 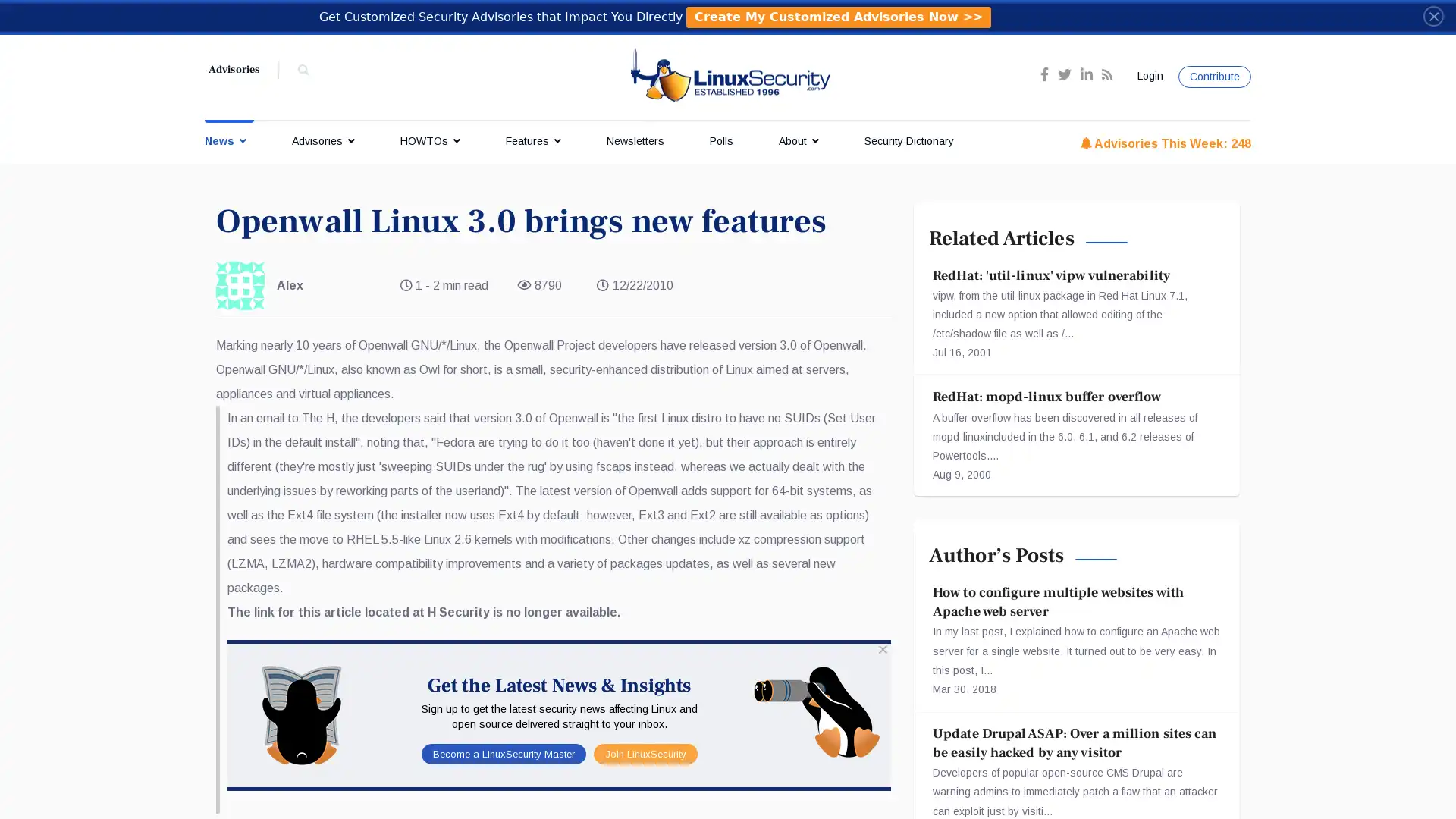 I want to click on Close, so click(x=1432, y=15).